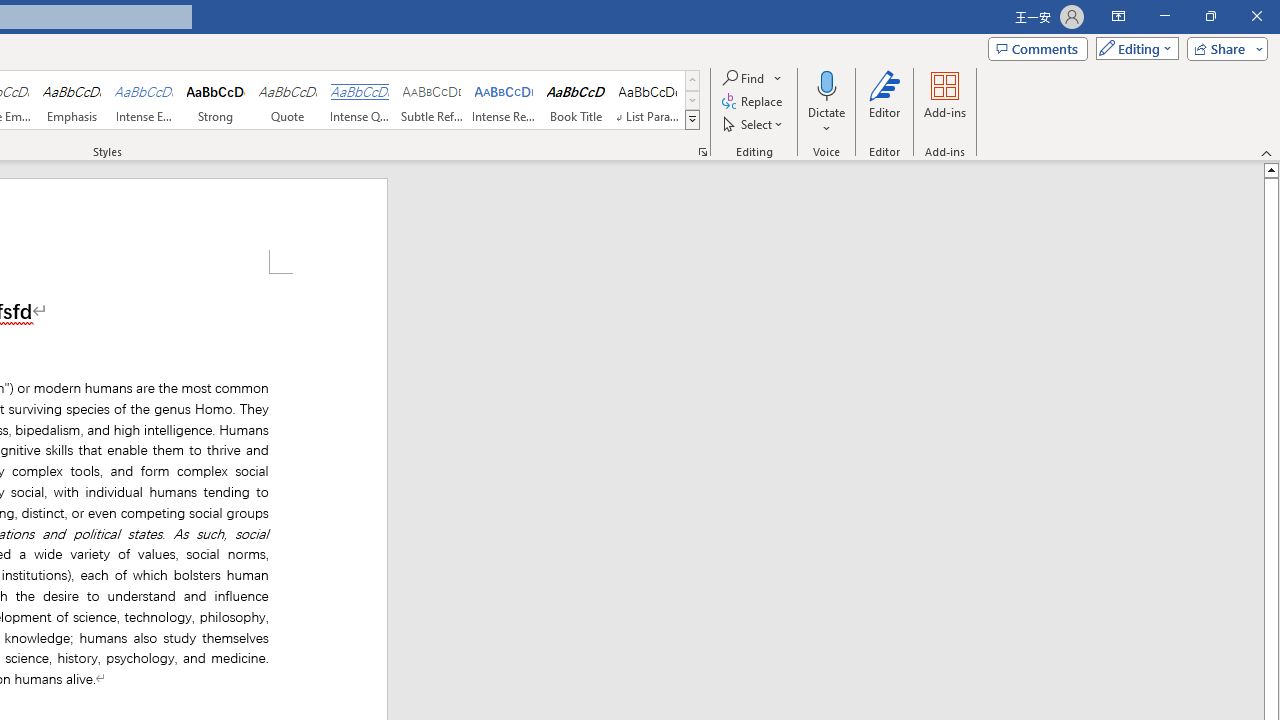 This screenshot has height=720, width=1280. I want to click on 'Quote', so click(287, 100).